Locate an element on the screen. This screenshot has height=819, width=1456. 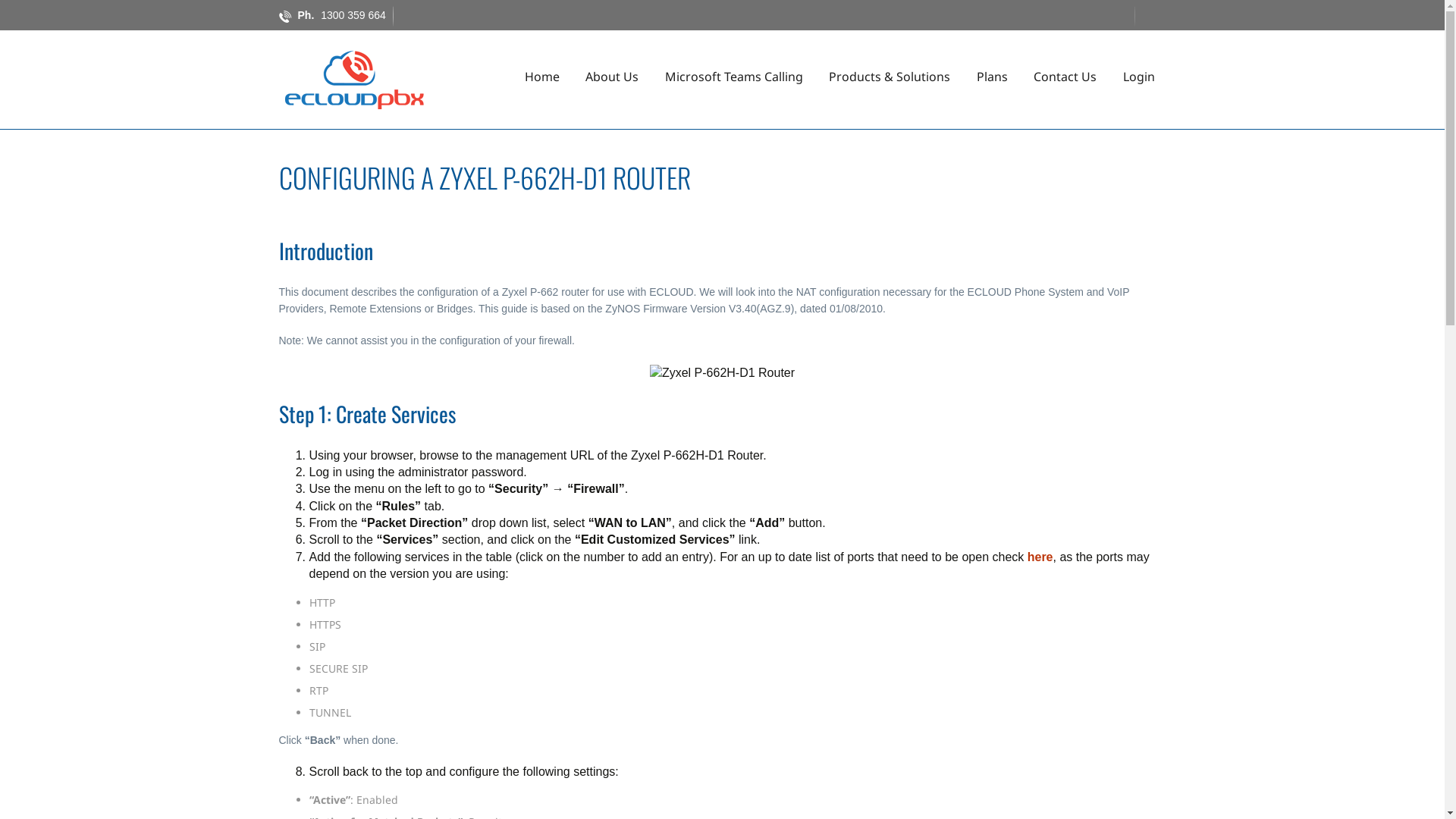
'Login' is located at coordinates (1111, 76).